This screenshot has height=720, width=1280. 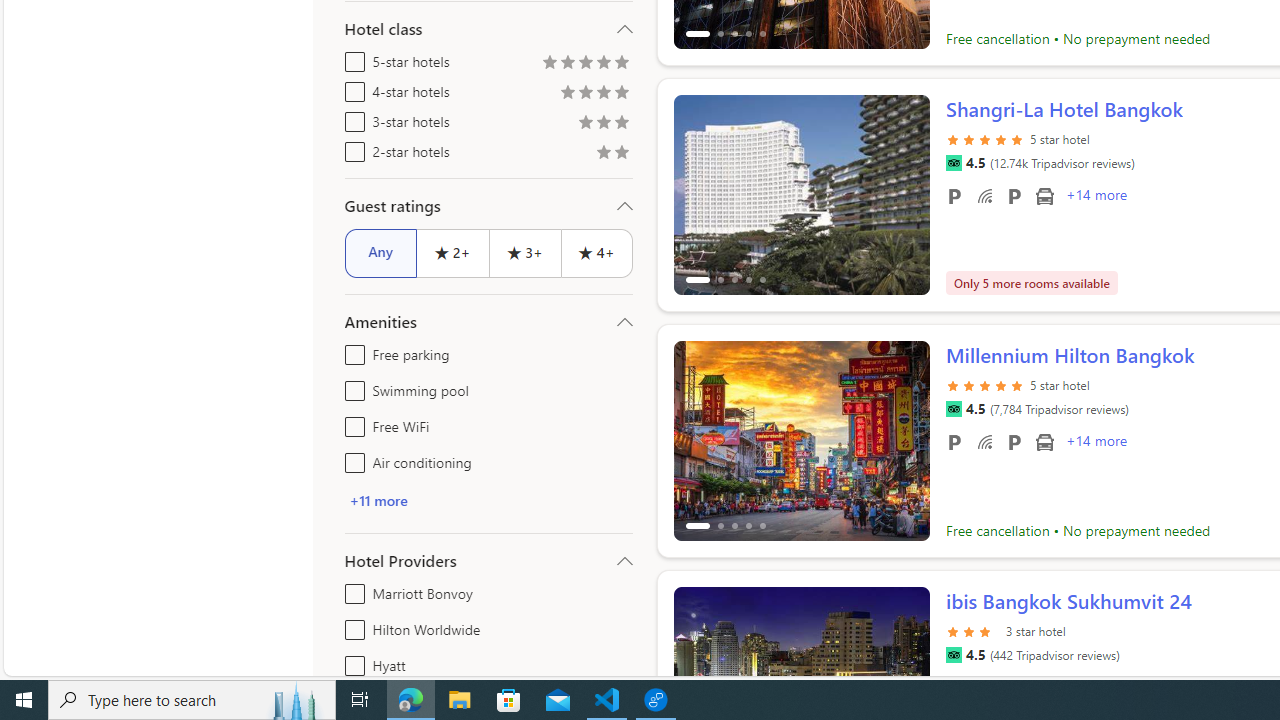 What do you see at coordinates (351, 662) in the screenshot?
I see `'Hyatt'` at bounding box center [351, 662].